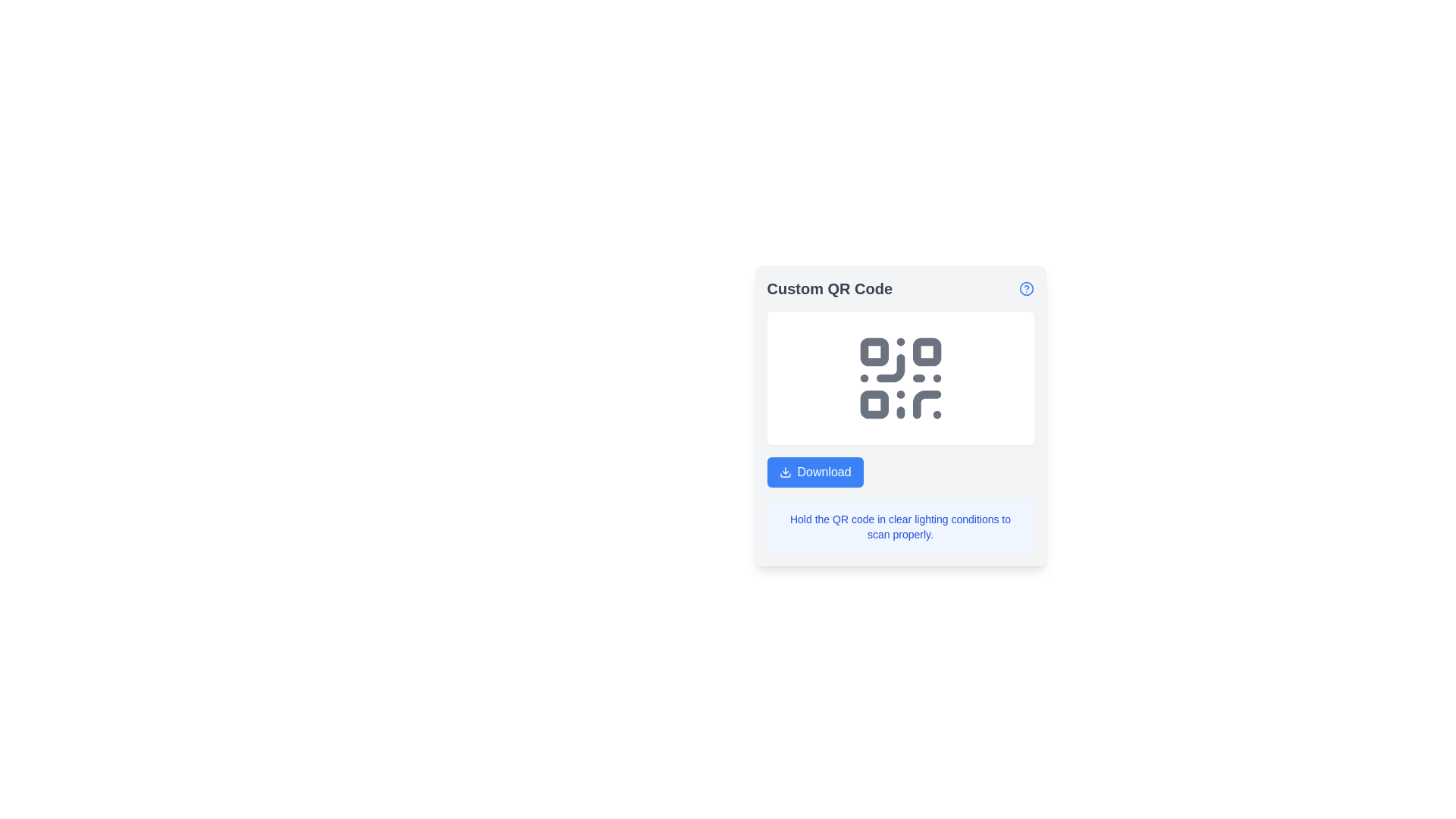 The width and height of the screenshot is (1456, 819). What do you see at coordinates (814, 472) in the screenshot?
I see `the 'Download' button with rounded corners, blue background, and white text to initiate a download` at bounding box center [814, 472].